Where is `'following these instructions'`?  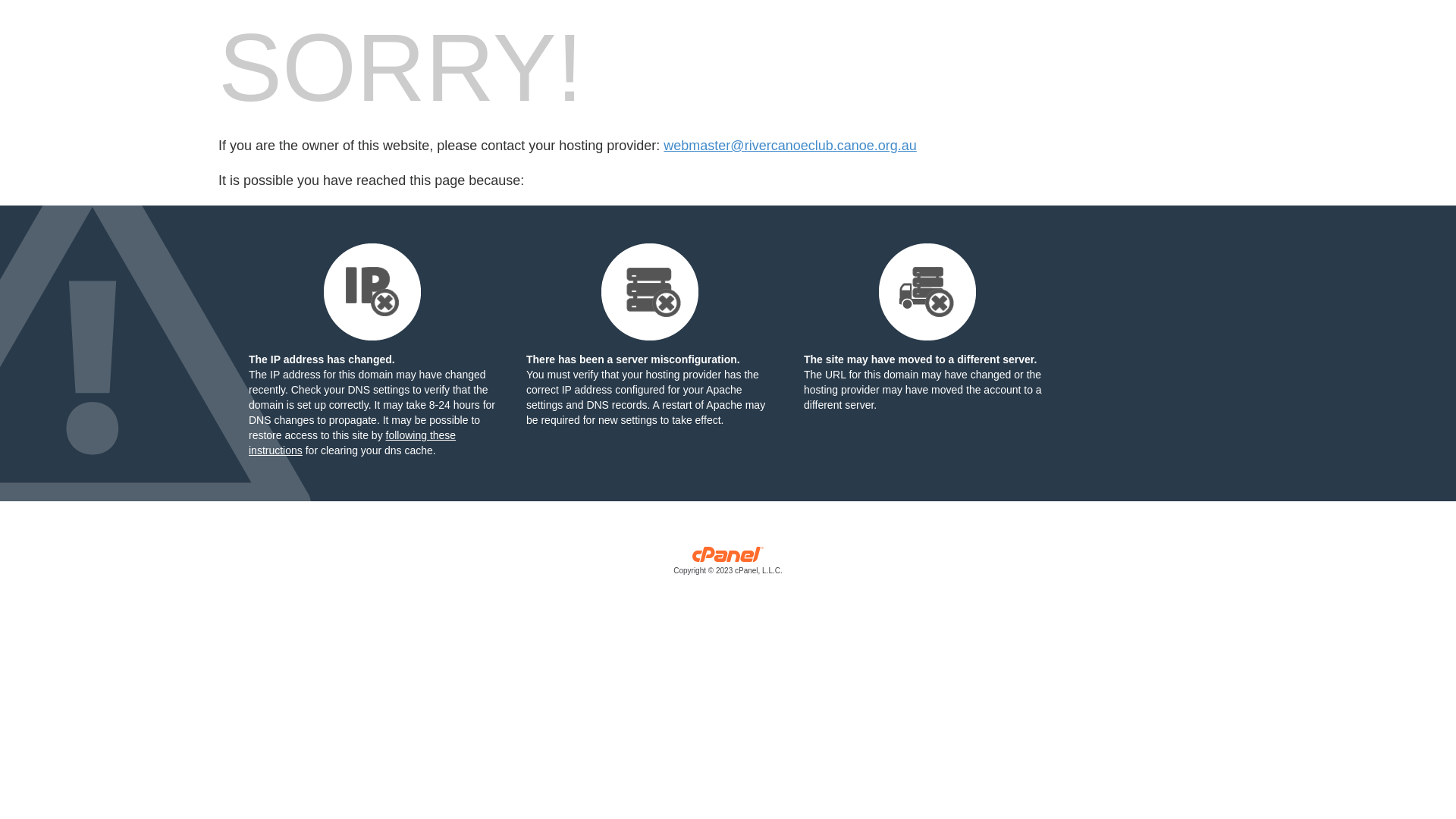 'following these instructions' is located at coordinates (351, 442).